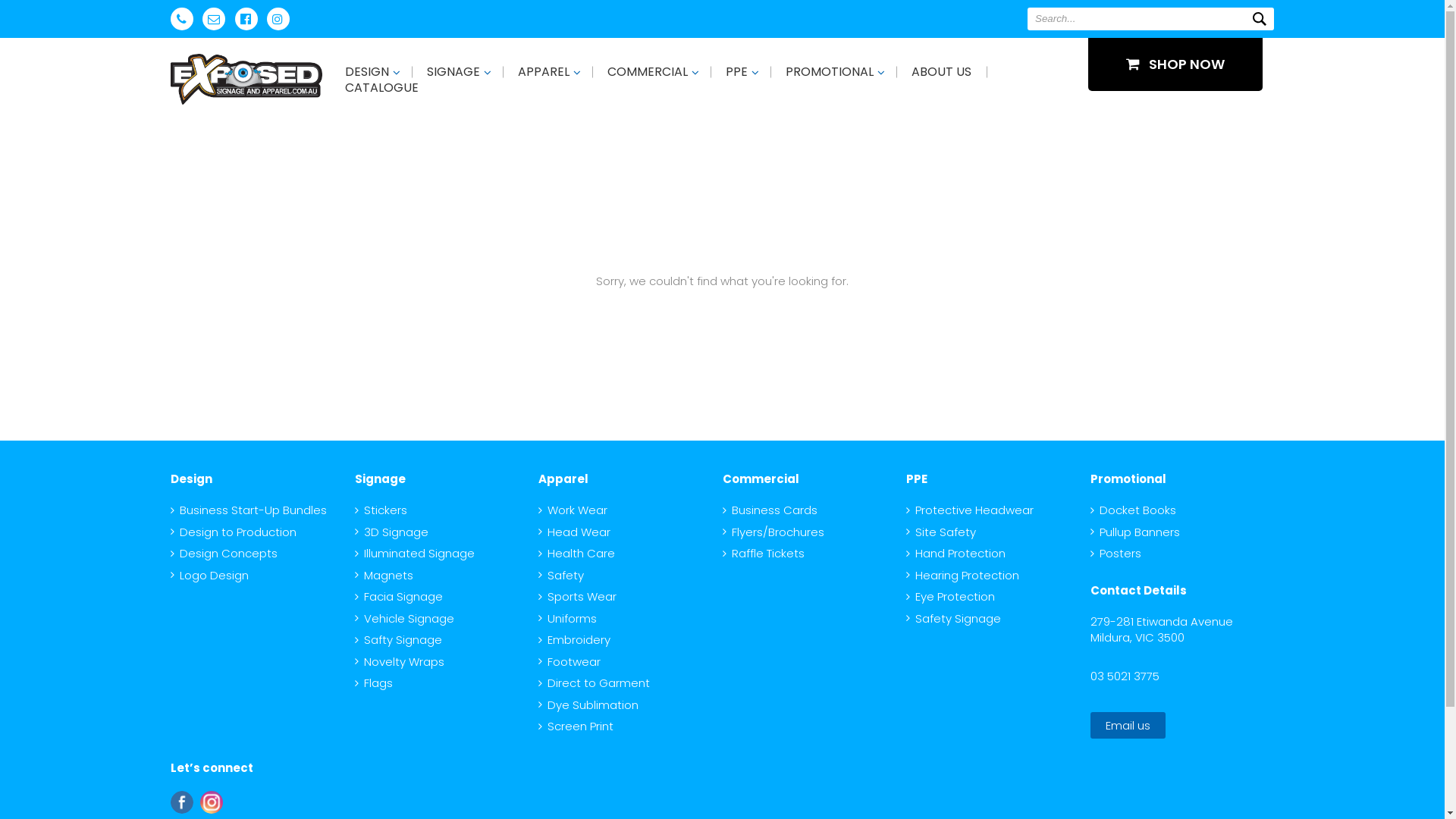 Image resolution: width=1456 pixels, height=819 pixels. Describe the element at coordinates (940, 71) in the screenshot. I see `'ABOUT US'` at that location.